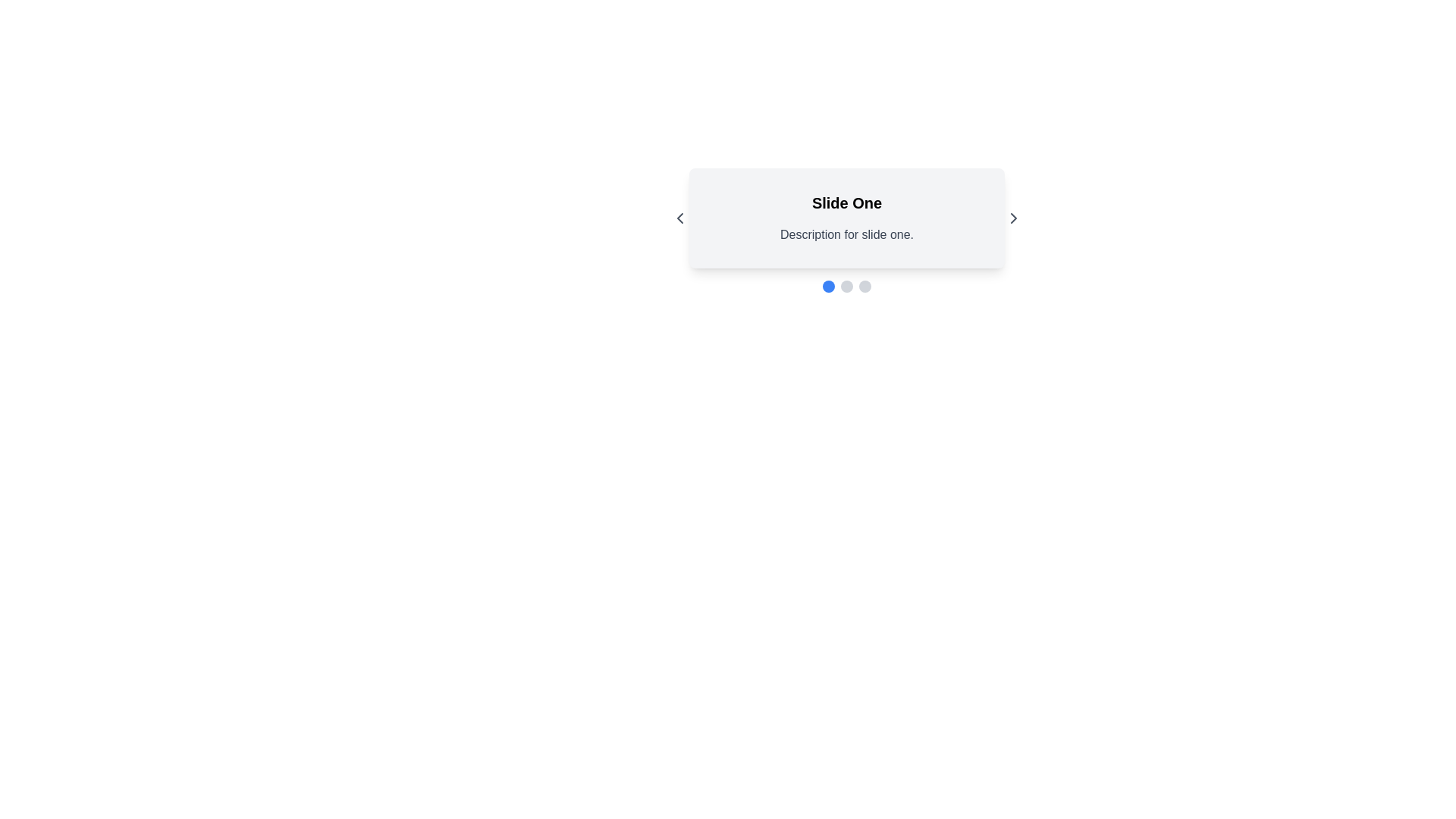 The height and width of the screenshot is (819, 1456). What do you see at coordinates (828, 287) in the screenshot?
I see `the first blue indicator dot in the carousel below the 'Slide One' card` at bounding box center [828, 287].